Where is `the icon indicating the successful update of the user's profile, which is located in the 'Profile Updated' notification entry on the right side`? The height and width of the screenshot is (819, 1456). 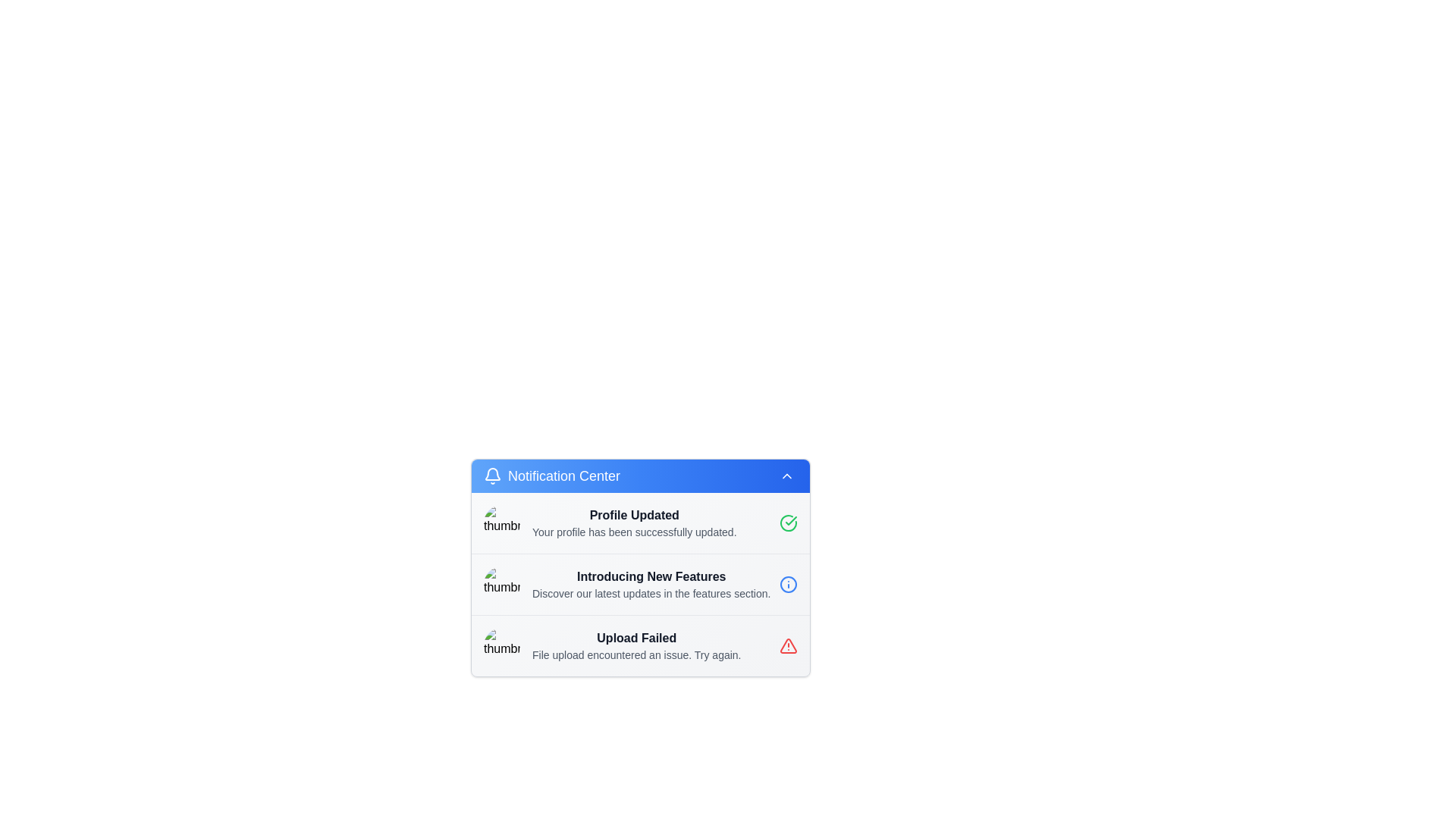 the icon indicating the successful update of the user's profile, which is located in the 'Profile Updated' notification entry on the right side is located at coordinates (789, 522).